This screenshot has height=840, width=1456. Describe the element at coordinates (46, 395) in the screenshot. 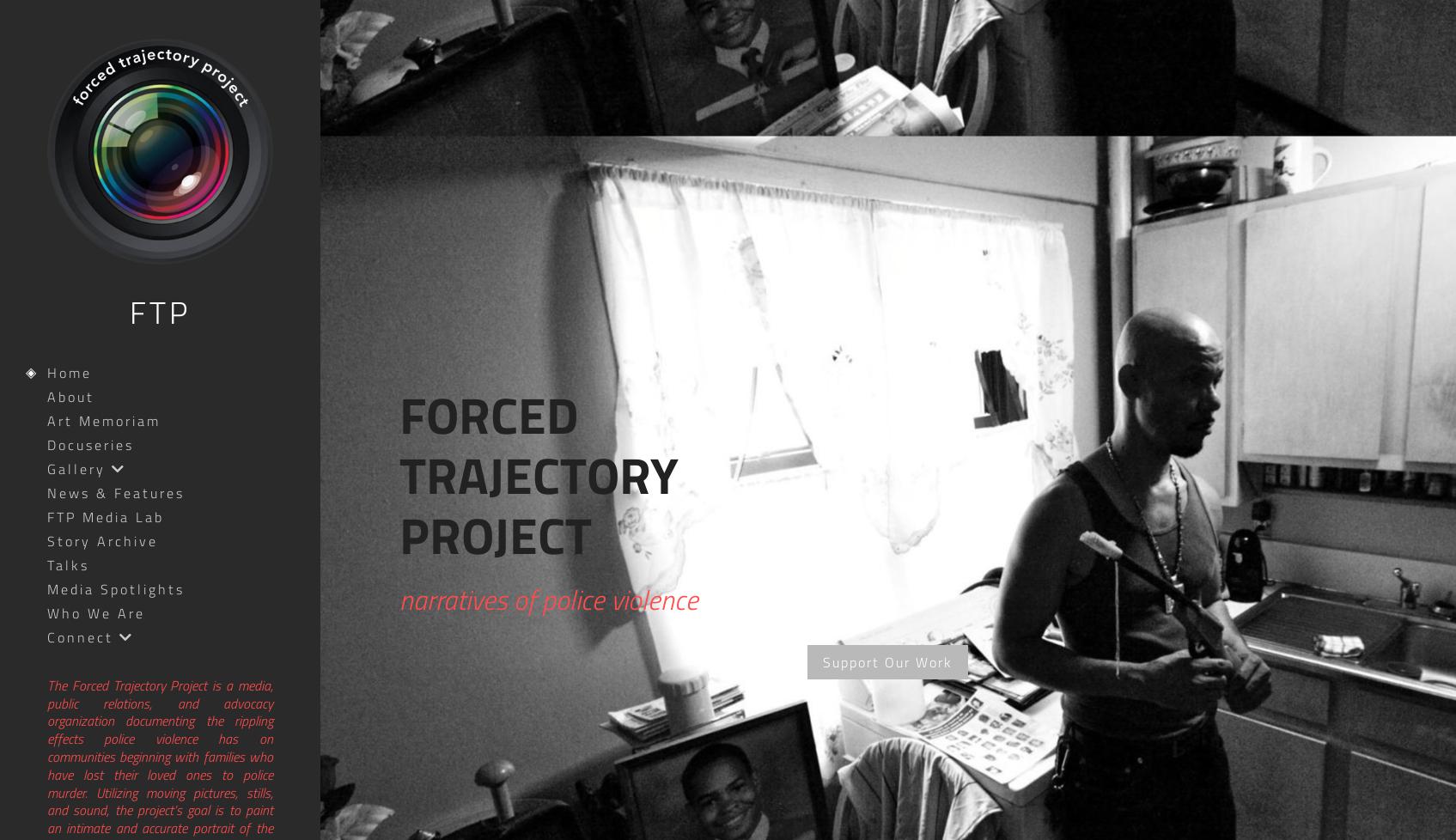

I see `'About'` at that location.